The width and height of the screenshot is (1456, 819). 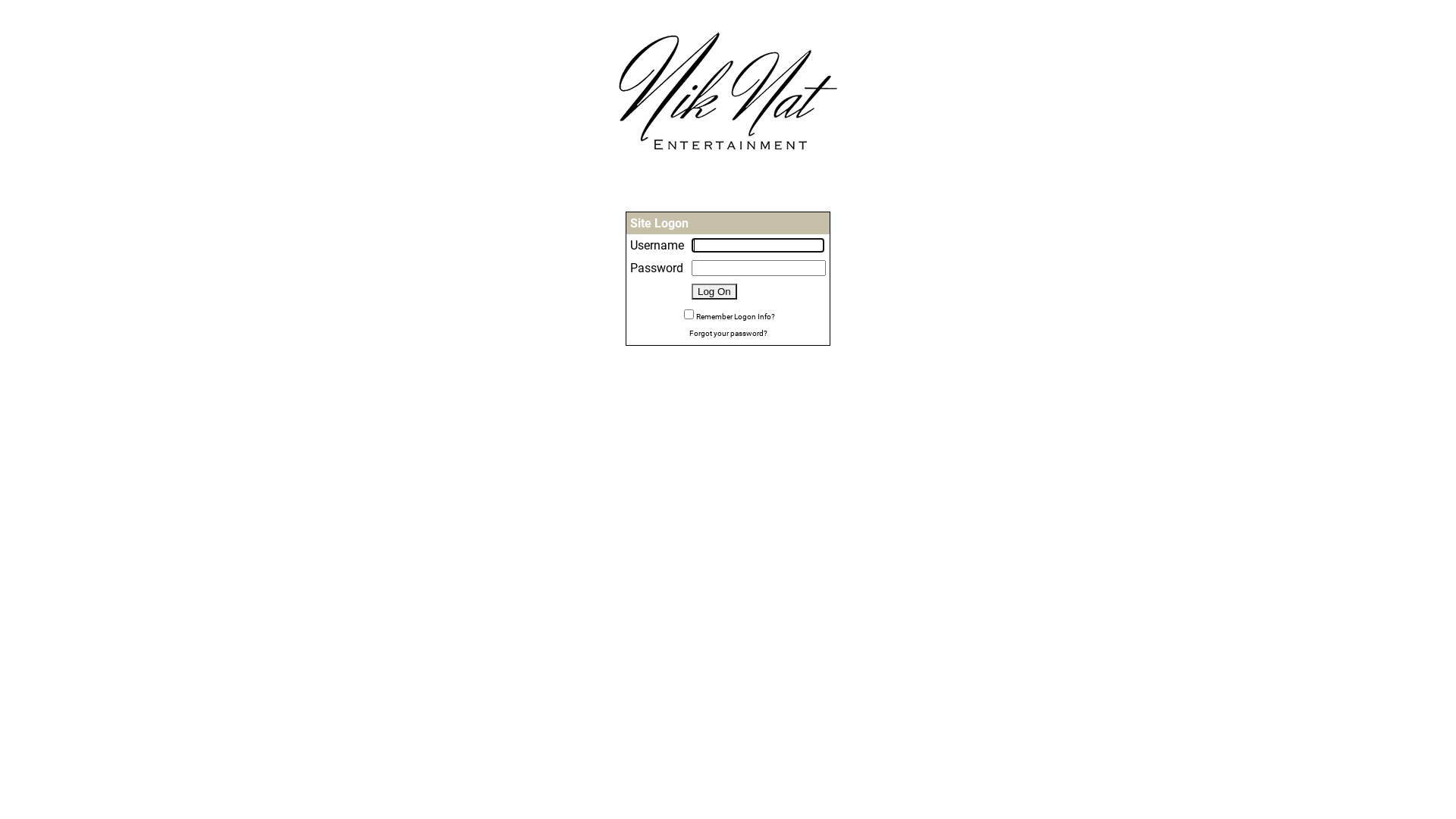 I want to click on 'set_cookie', so click(x=688, y=313).